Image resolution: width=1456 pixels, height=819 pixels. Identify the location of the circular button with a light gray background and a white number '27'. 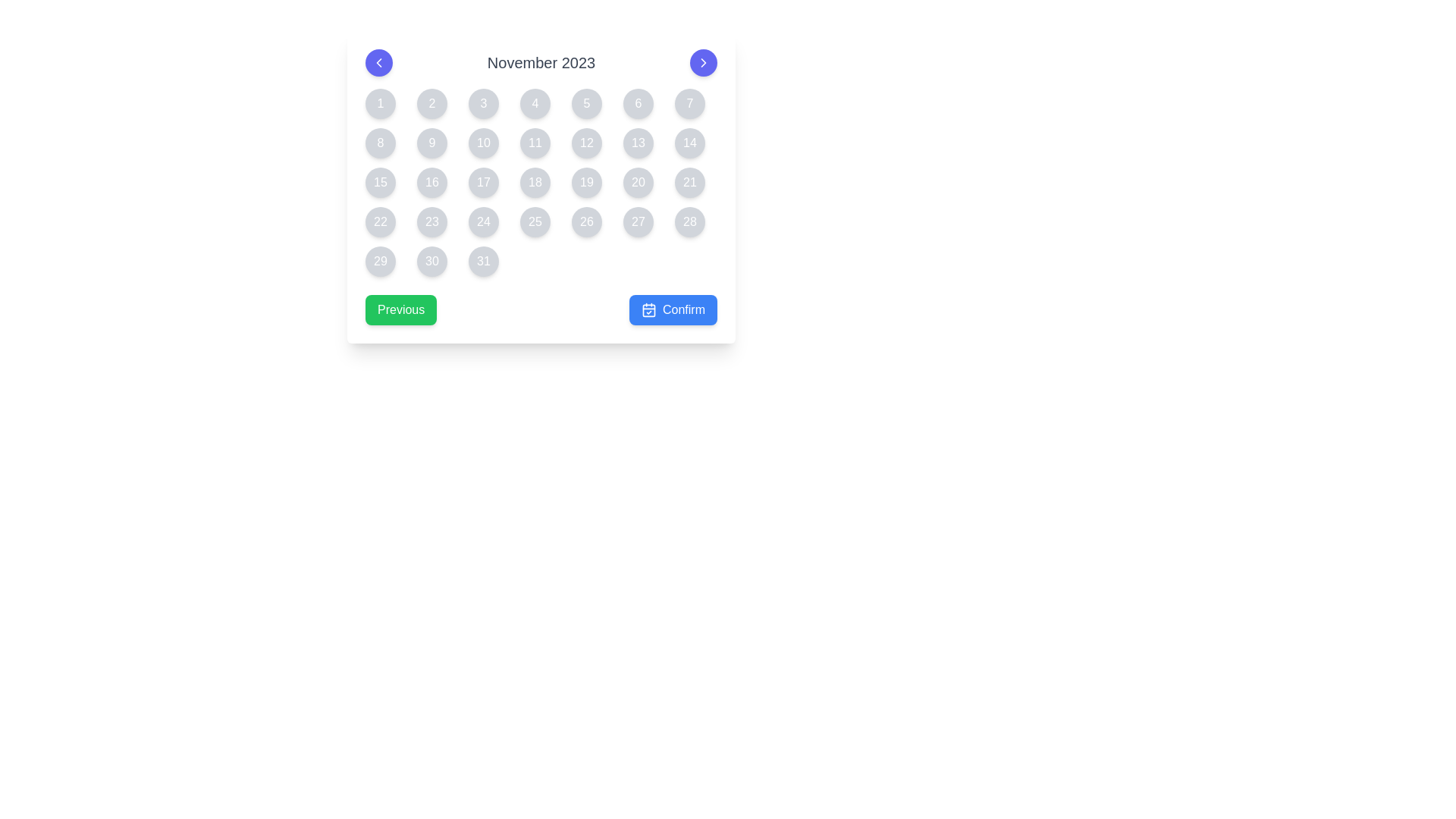
(638, 222).